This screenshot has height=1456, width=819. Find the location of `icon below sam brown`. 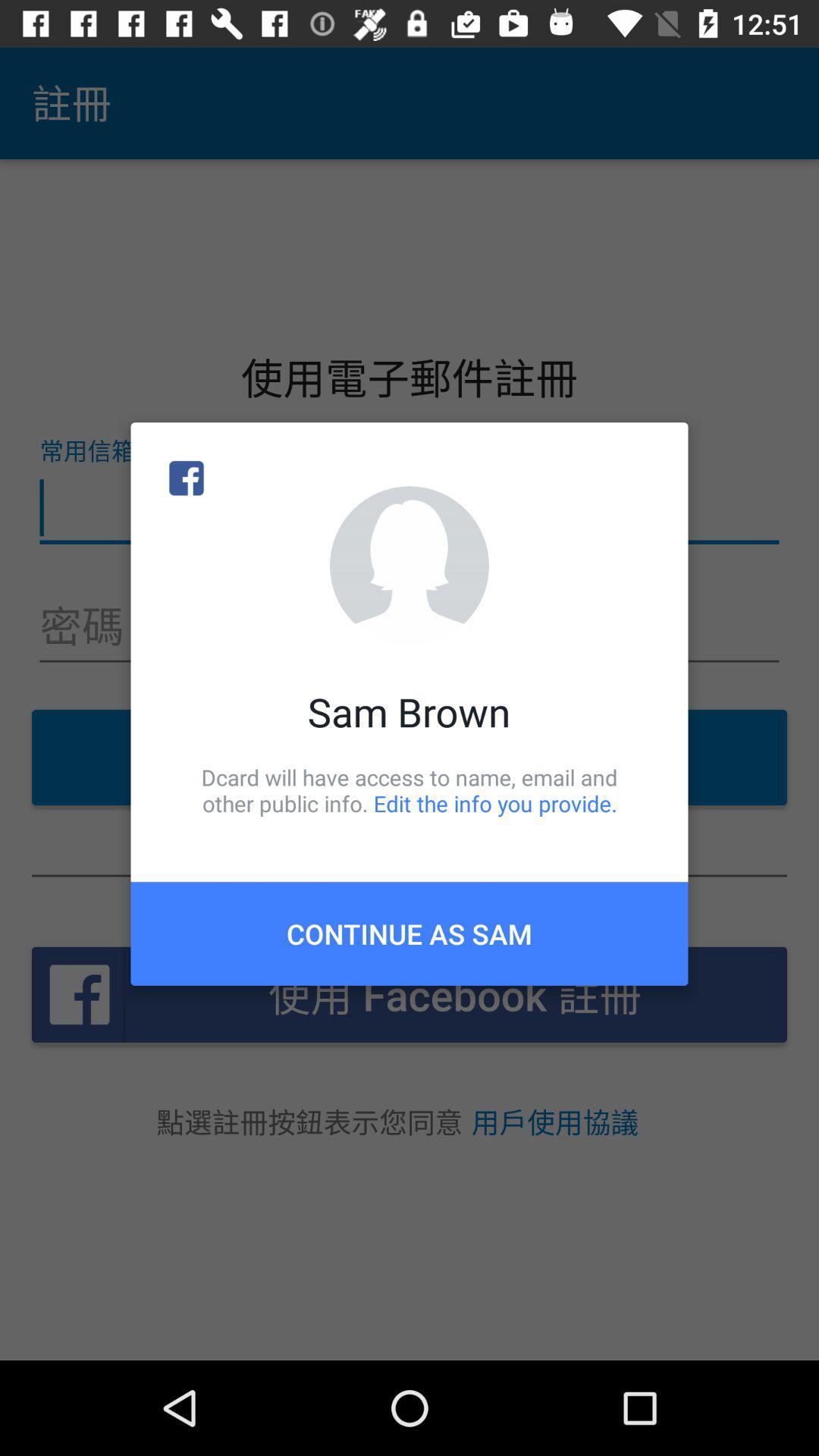

icon below sam brown is located at coordinates (409, 789).